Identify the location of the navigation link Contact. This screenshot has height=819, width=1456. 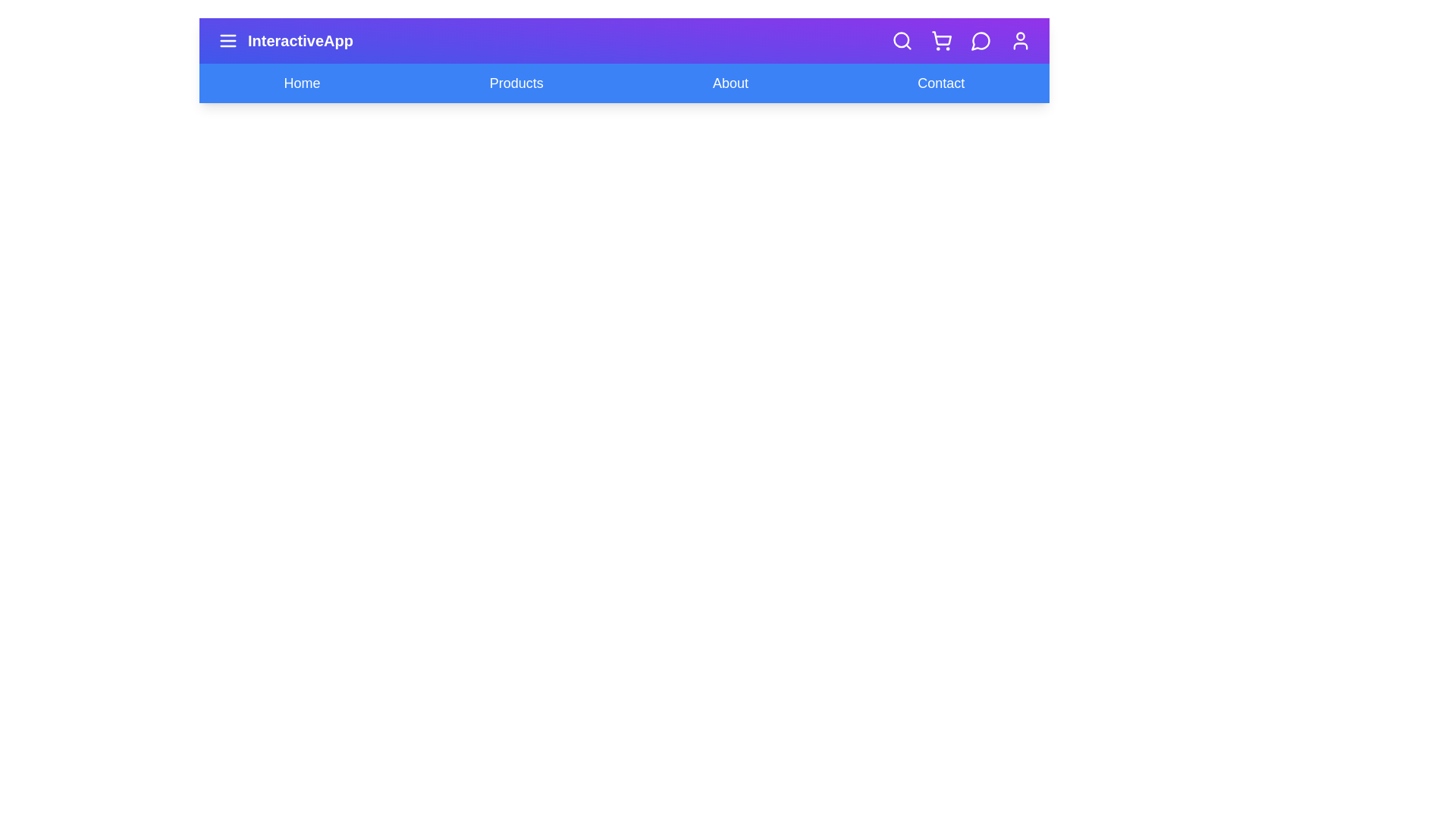
(940, 83).